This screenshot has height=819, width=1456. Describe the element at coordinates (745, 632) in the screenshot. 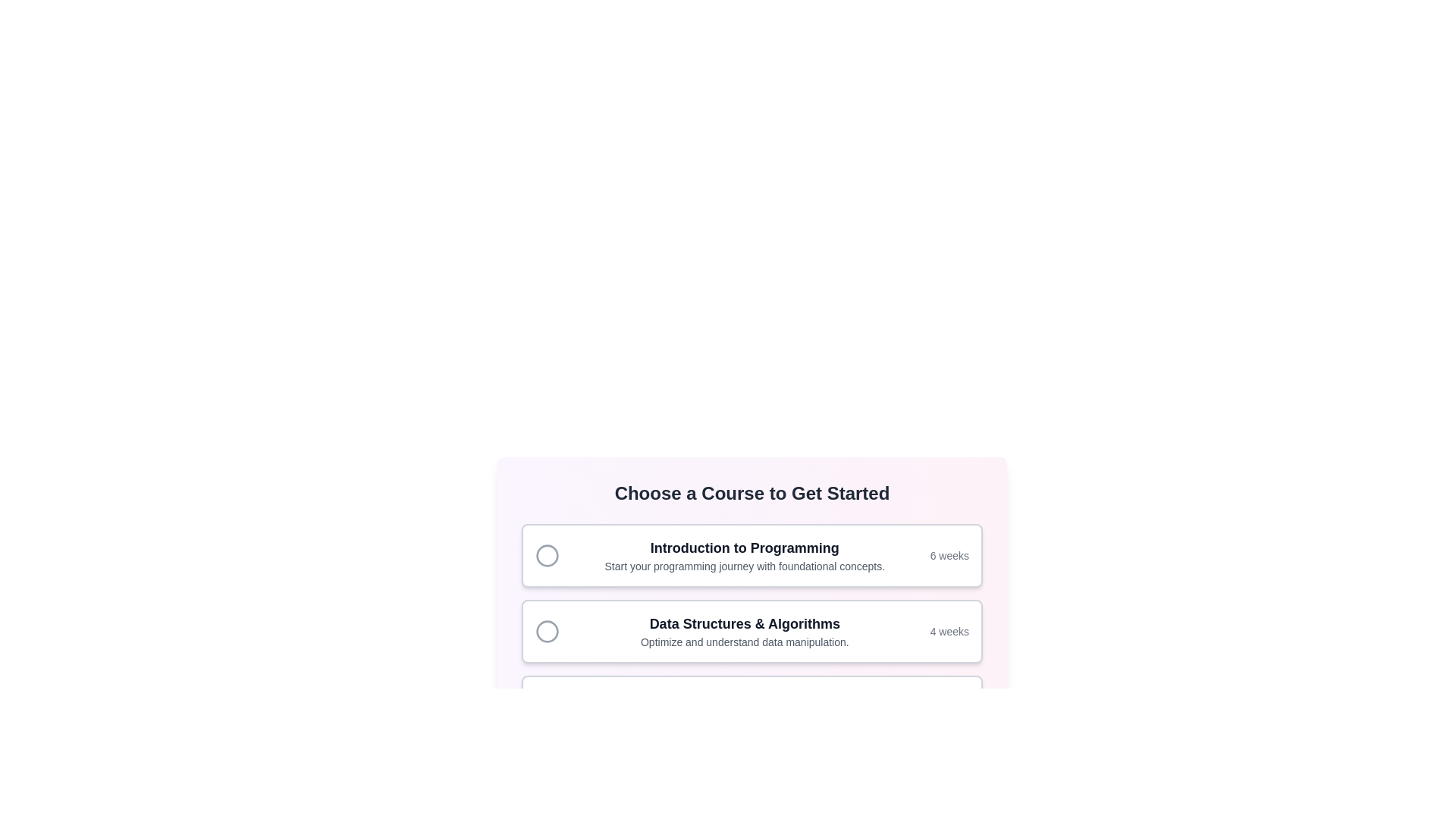

I see `the second card in the vertical list of selectable cards that contains the text 'Data Structures & Algorithms' to select the course` at that location.